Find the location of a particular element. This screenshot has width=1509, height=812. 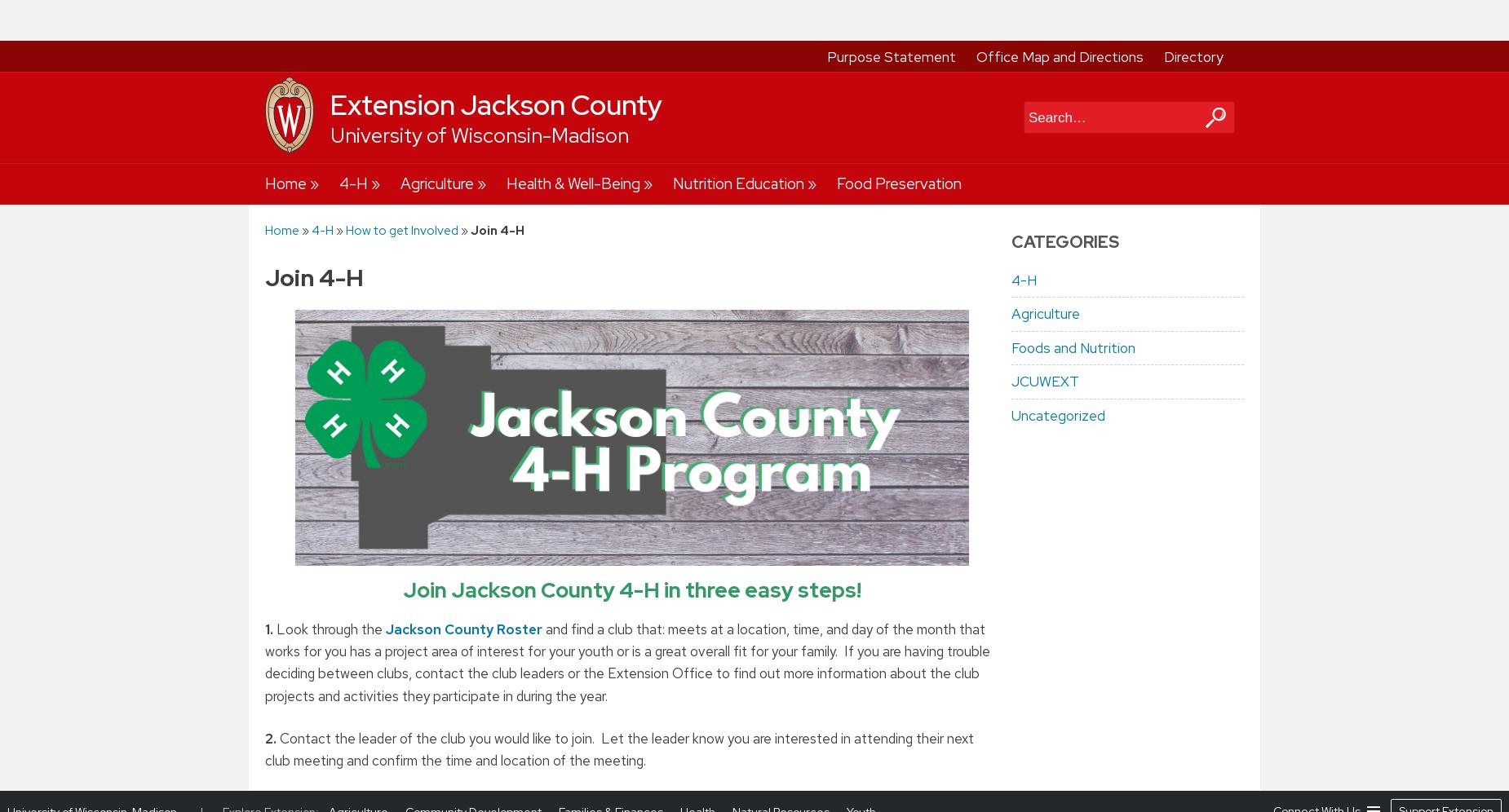

'Log into 4HOnline with your family email and password.' is located at coordinates (472, 466).